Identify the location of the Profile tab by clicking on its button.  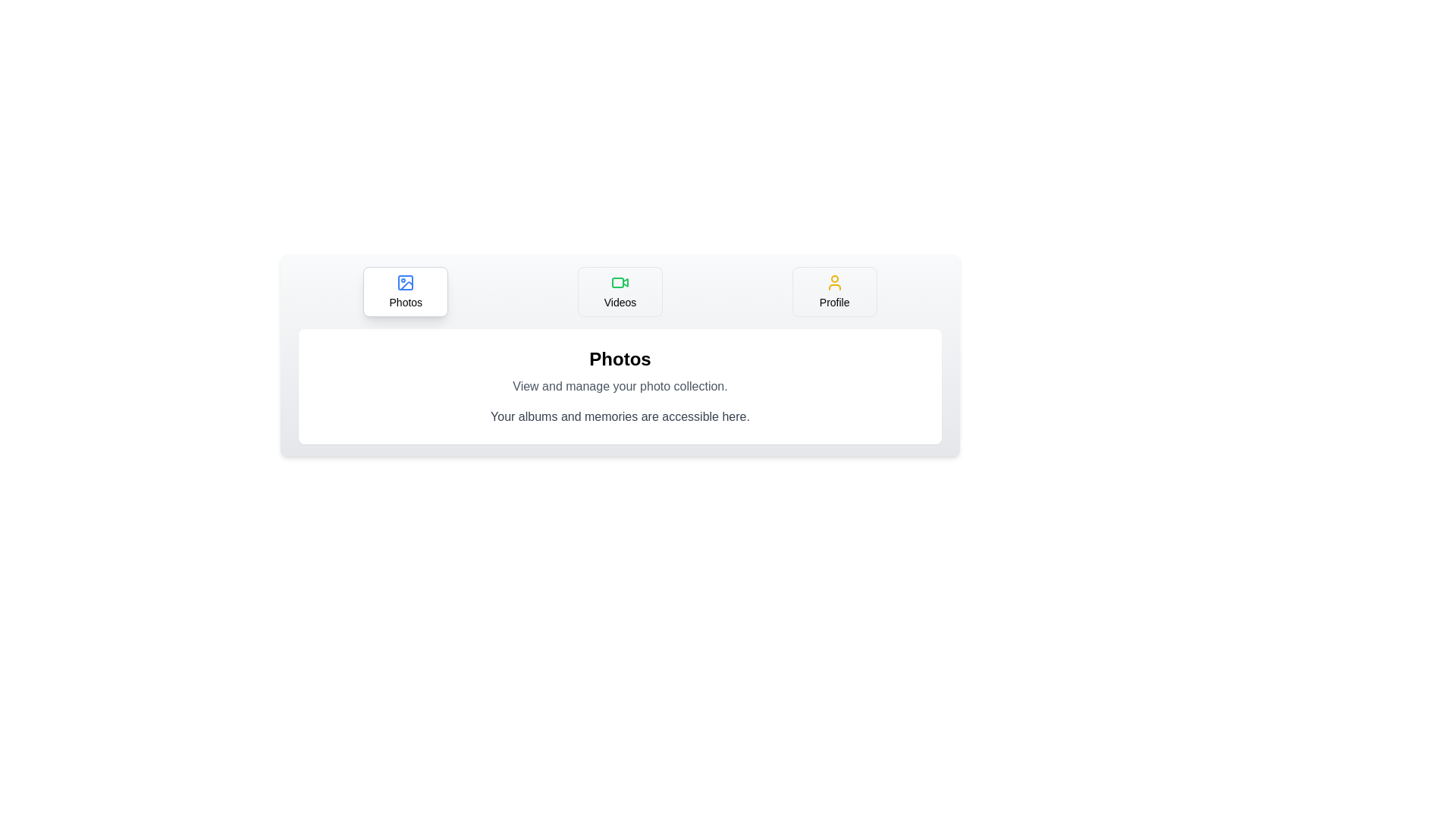
(833, 292).